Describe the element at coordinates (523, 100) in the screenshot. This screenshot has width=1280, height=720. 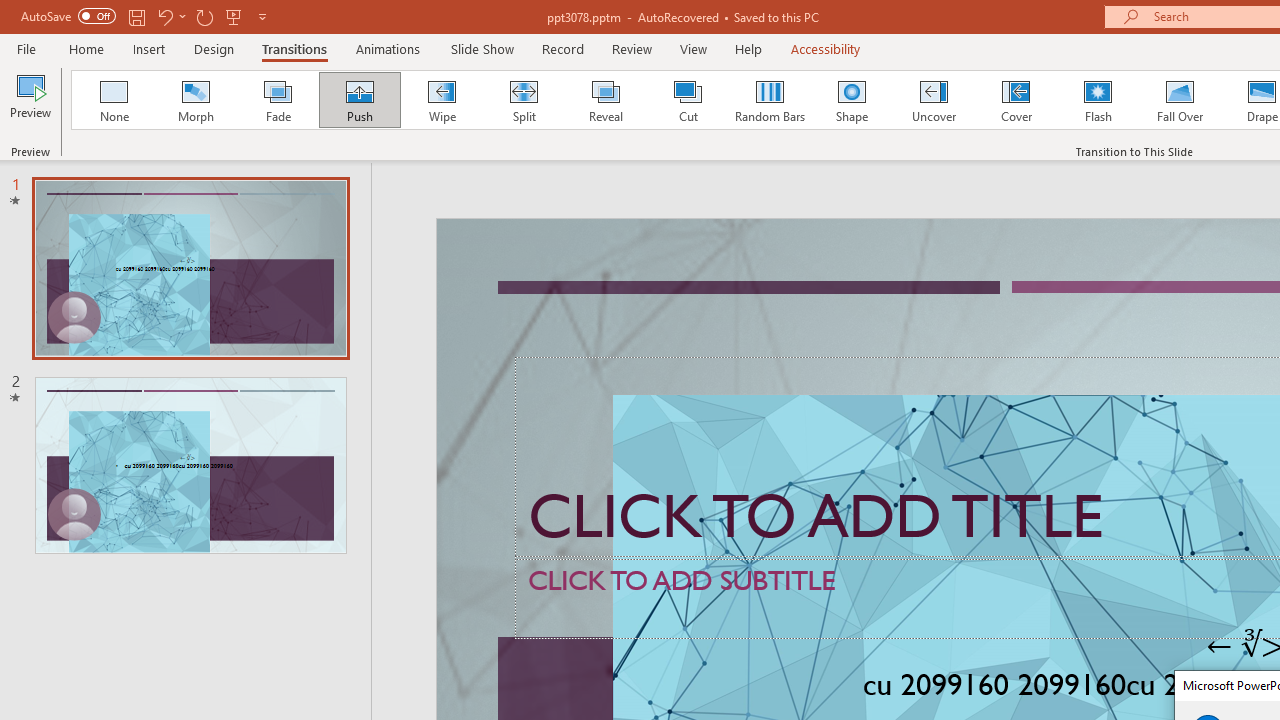
I see `'Split'` at that location.